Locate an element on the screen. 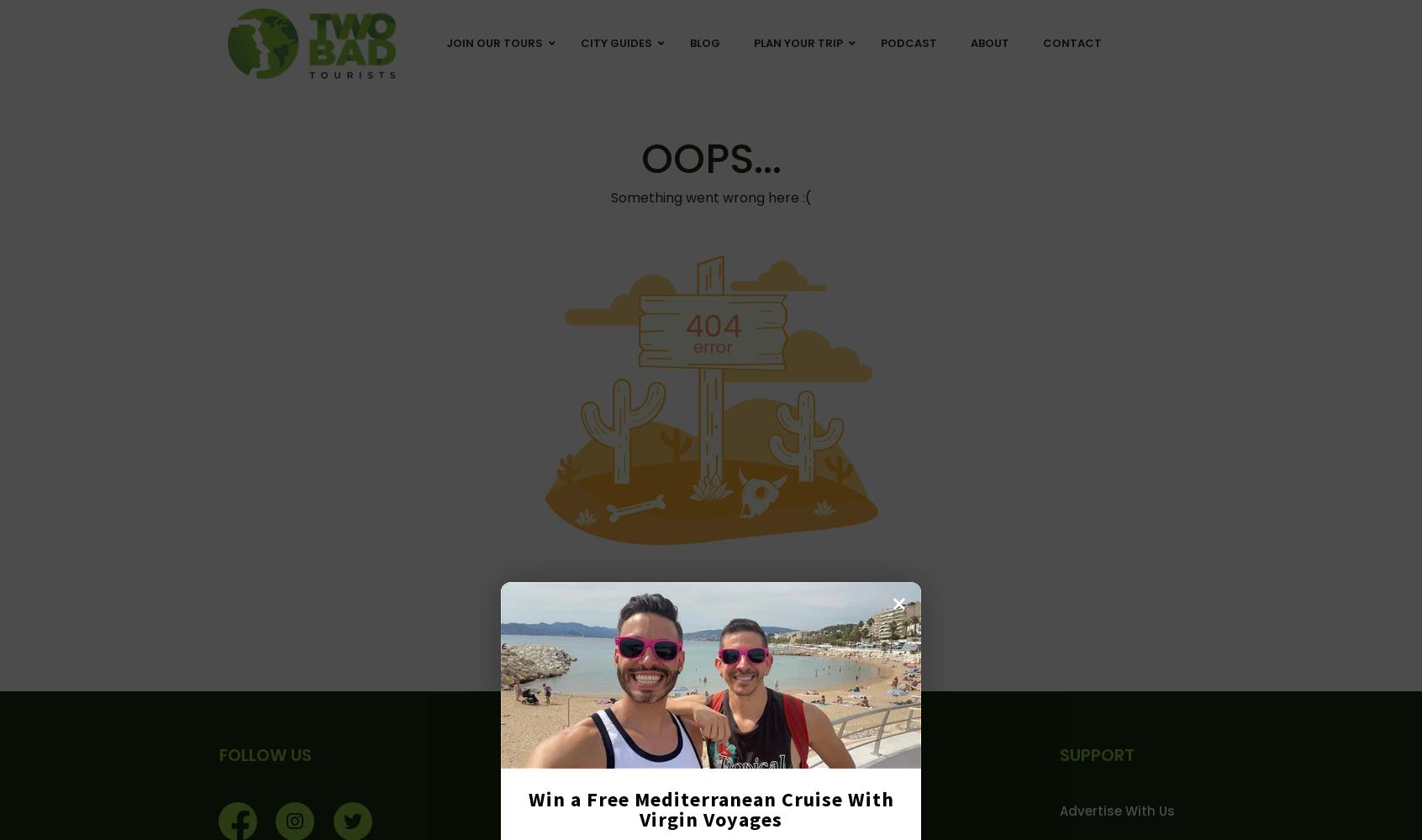  'USEFUL PAGES' is located at coordinates (864, 755).